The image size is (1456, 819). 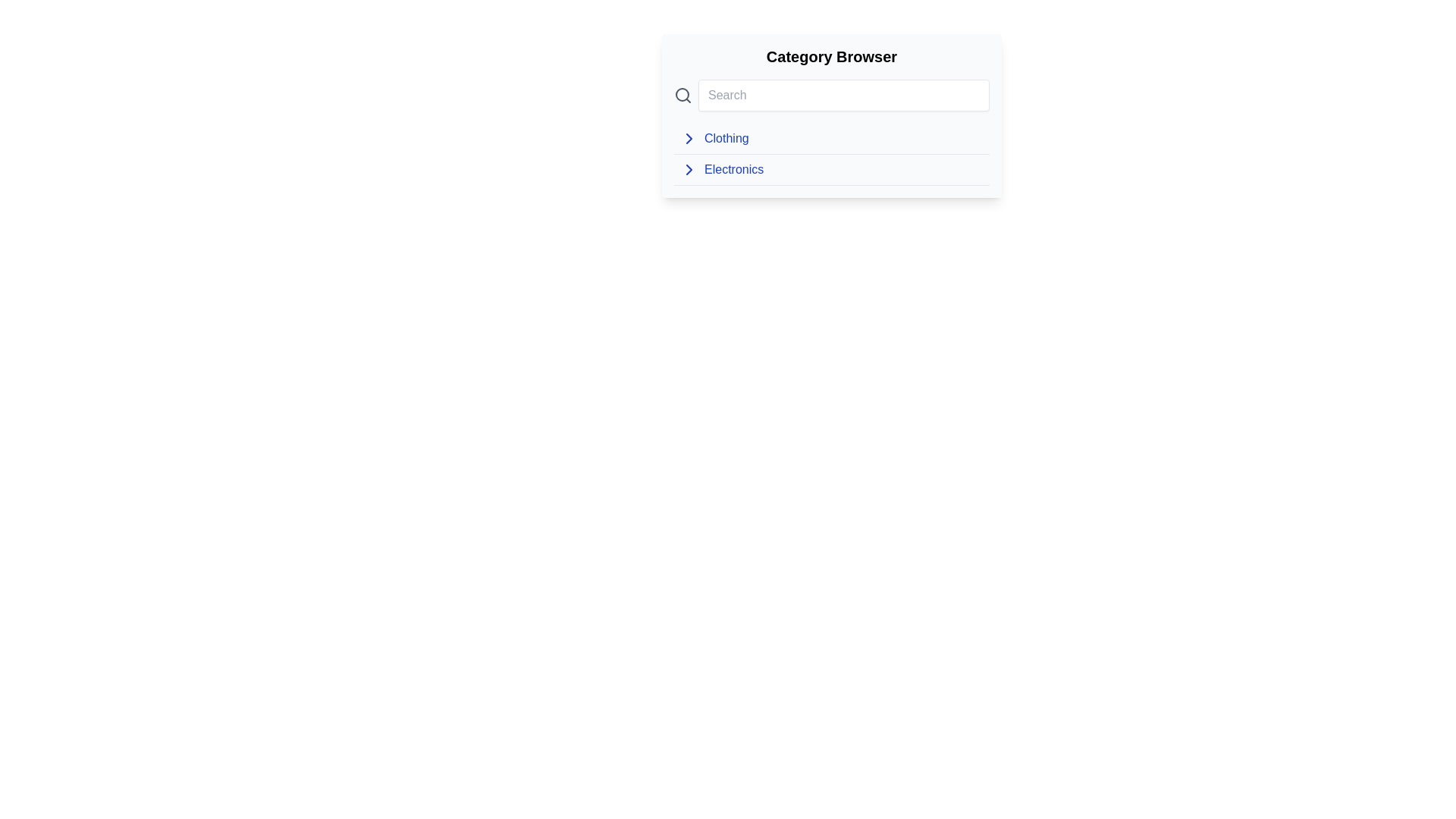 I want to click on the category browser interface element that contains multiple interactive components including a search input and selectable list items, so click(x=831, y=115).